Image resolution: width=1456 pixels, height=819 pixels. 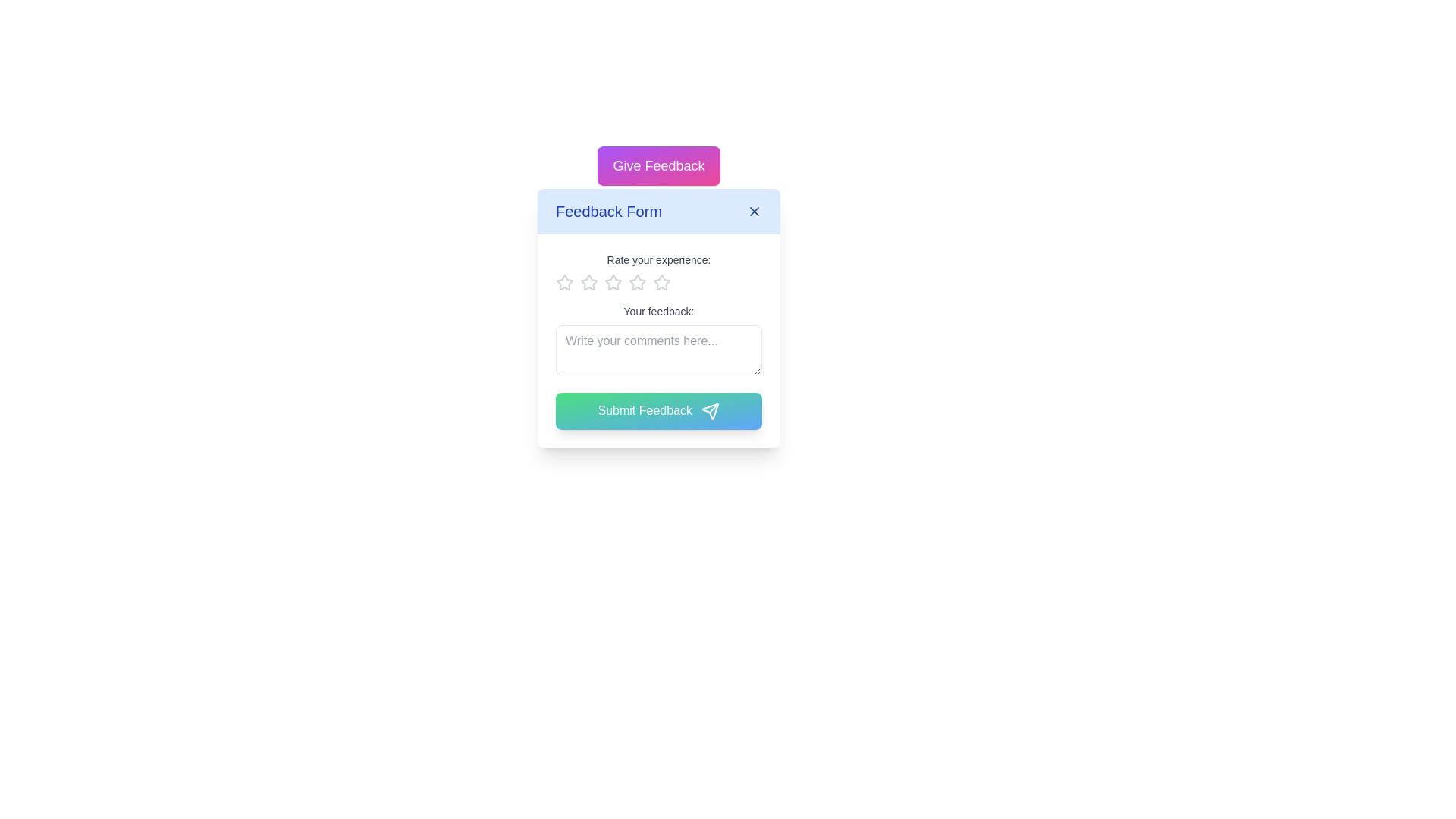 What do you see at coordinates (658, 411) in the screenshot?
I see `the feedback submission button located at the bottom of the feedback form, below the 'Your feedback:' text input area` at bounding box center [658, 411].